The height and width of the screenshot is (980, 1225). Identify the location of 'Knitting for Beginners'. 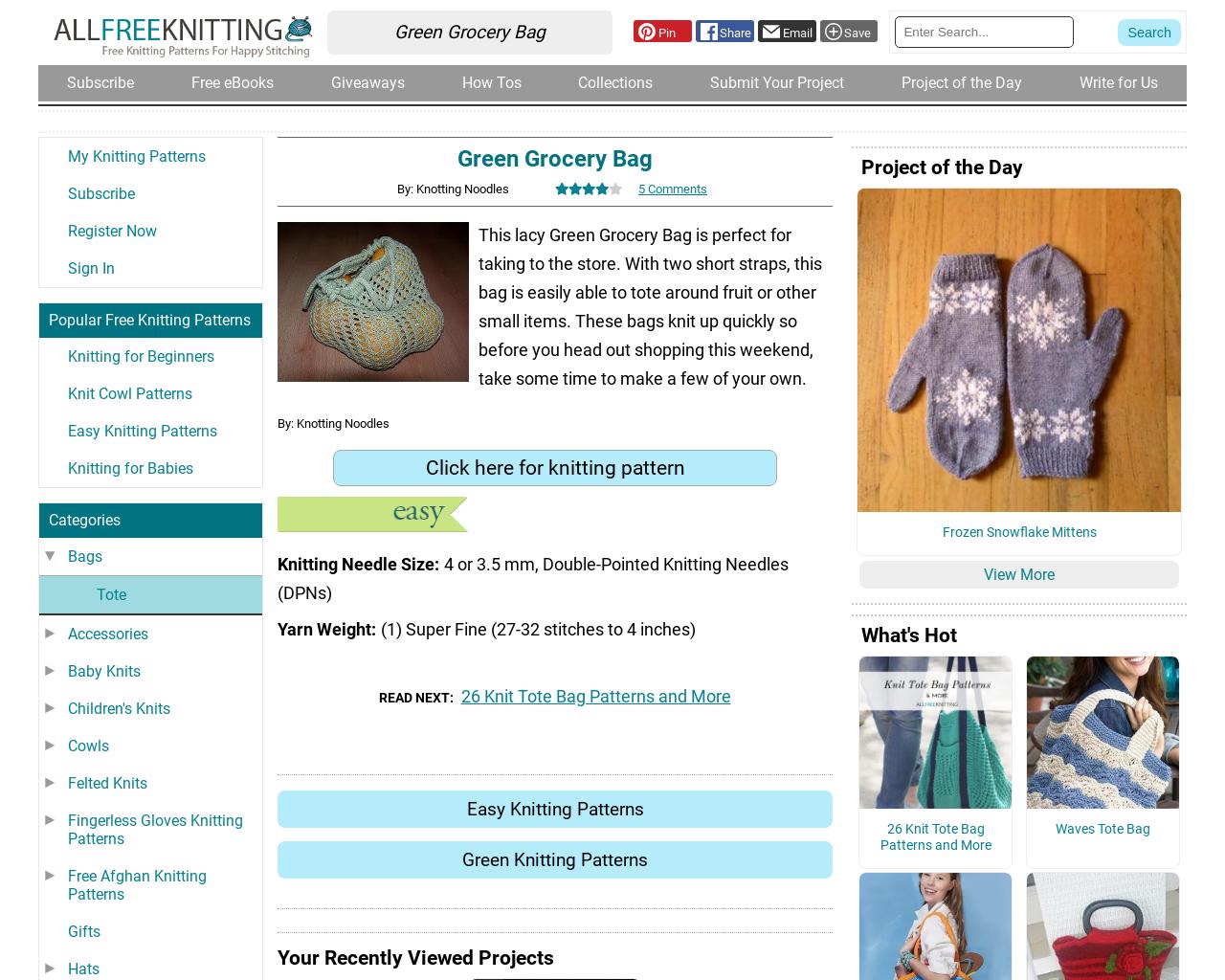
(140, 381).